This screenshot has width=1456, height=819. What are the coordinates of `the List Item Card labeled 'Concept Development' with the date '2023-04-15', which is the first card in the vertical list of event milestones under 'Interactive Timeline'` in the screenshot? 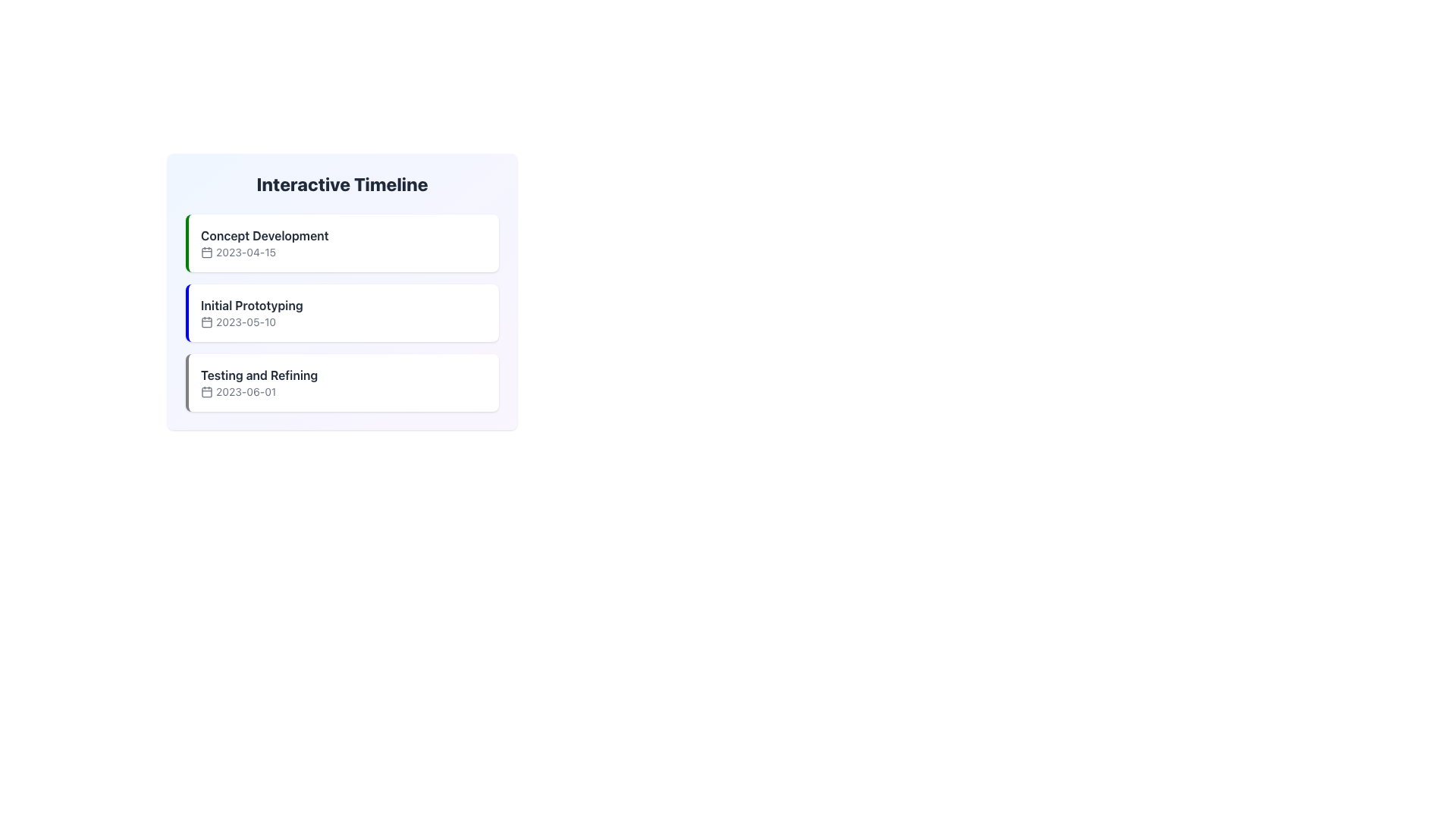 It's located at (341, 242).